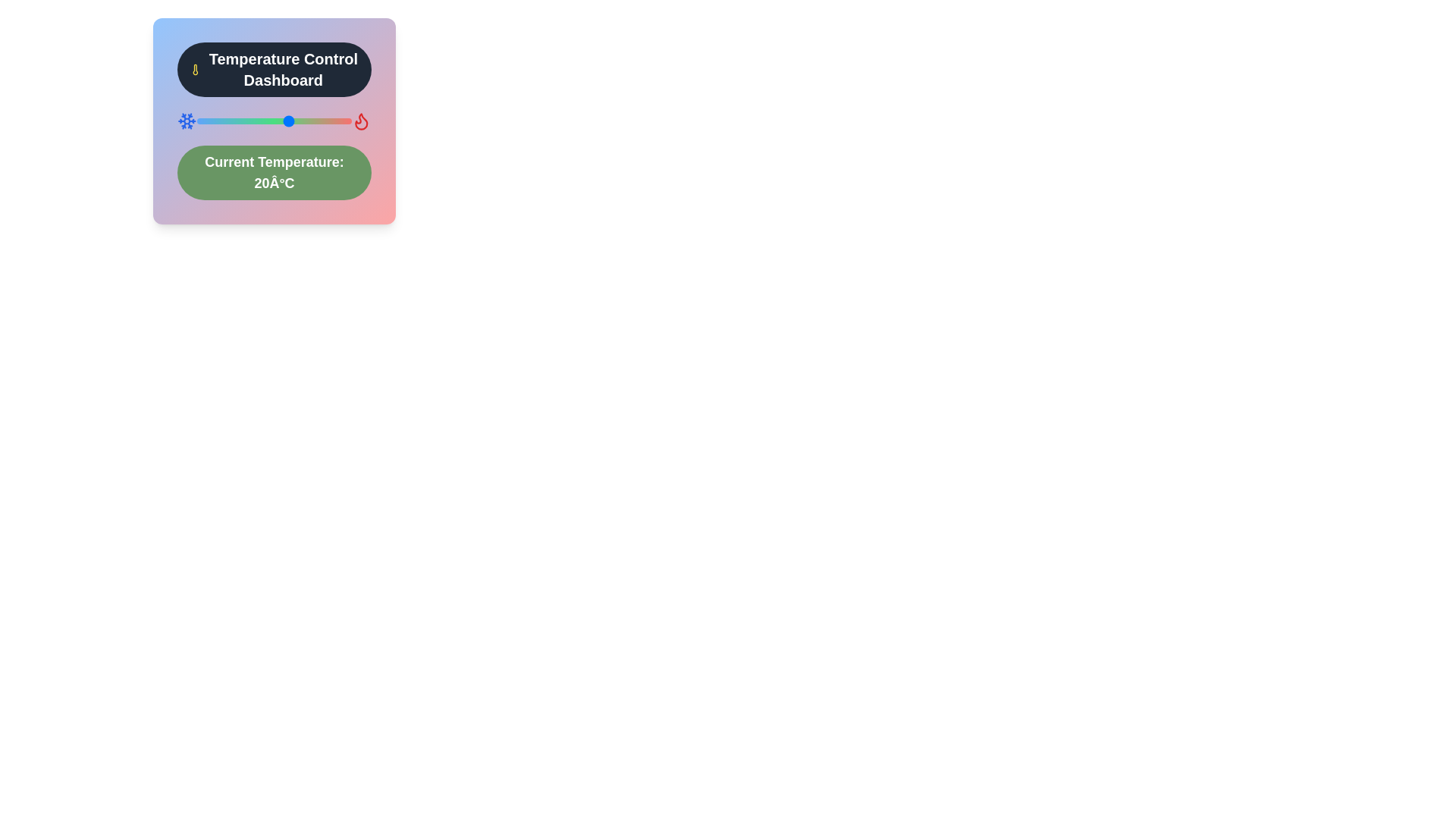  Describe the element at coordinates (186, 120) in the screenshot. I see `the snowflake icon to trigger its associated functionality` at that location.